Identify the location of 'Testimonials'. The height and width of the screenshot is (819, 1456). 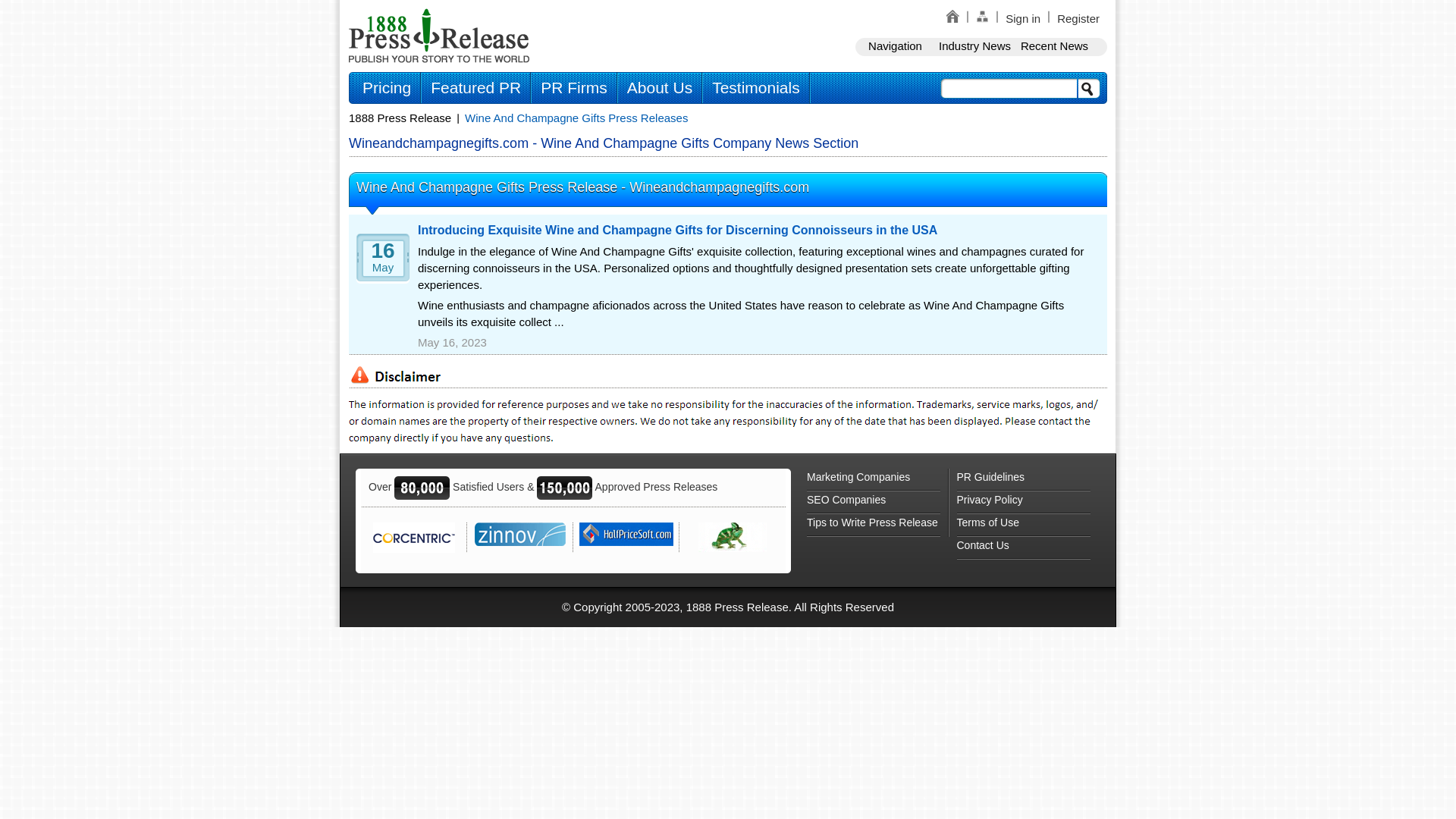
(756, 87).